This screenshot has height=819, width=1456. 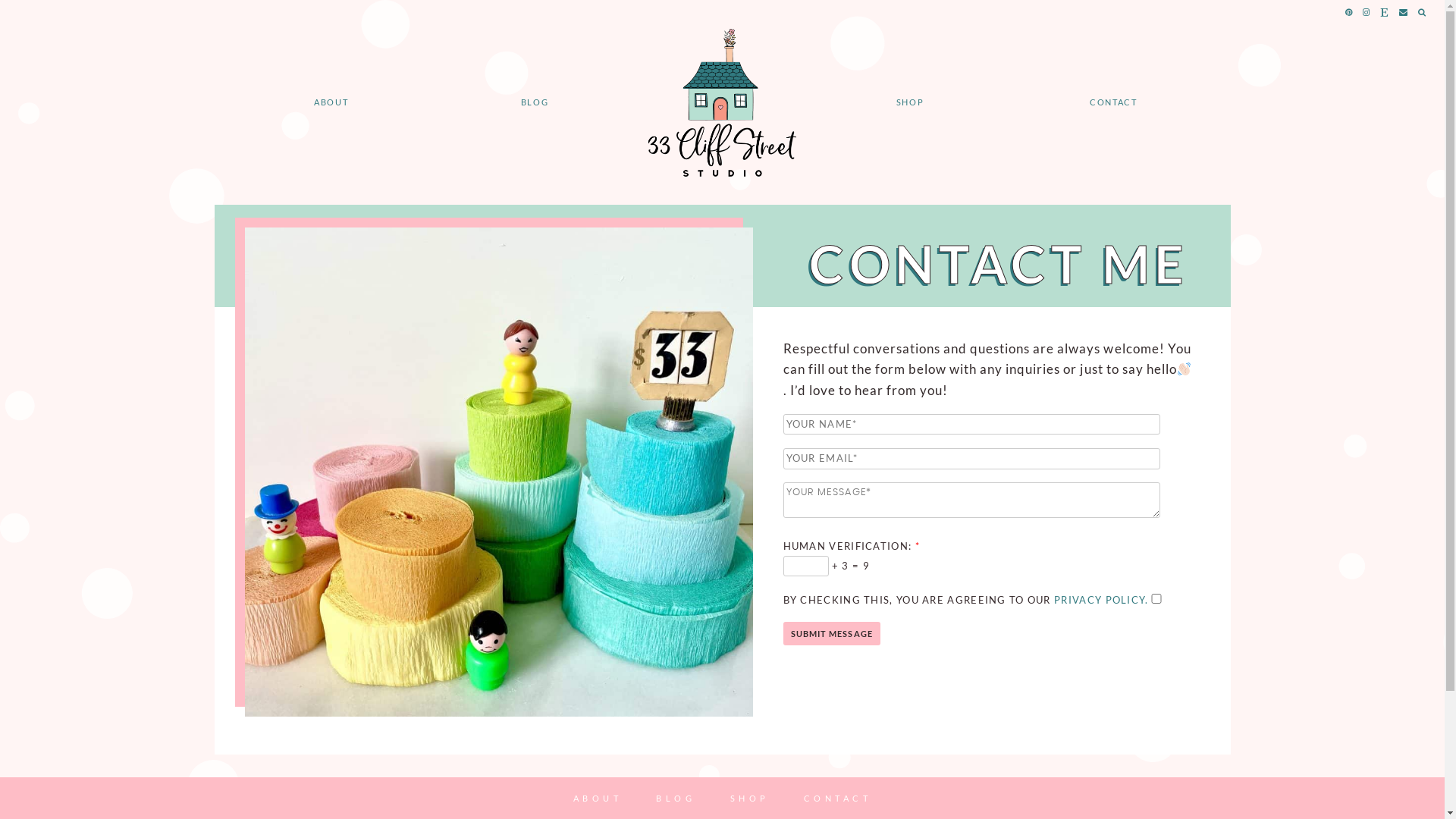 I want to click on 'instagram icon', so click(x=1367, y=12).